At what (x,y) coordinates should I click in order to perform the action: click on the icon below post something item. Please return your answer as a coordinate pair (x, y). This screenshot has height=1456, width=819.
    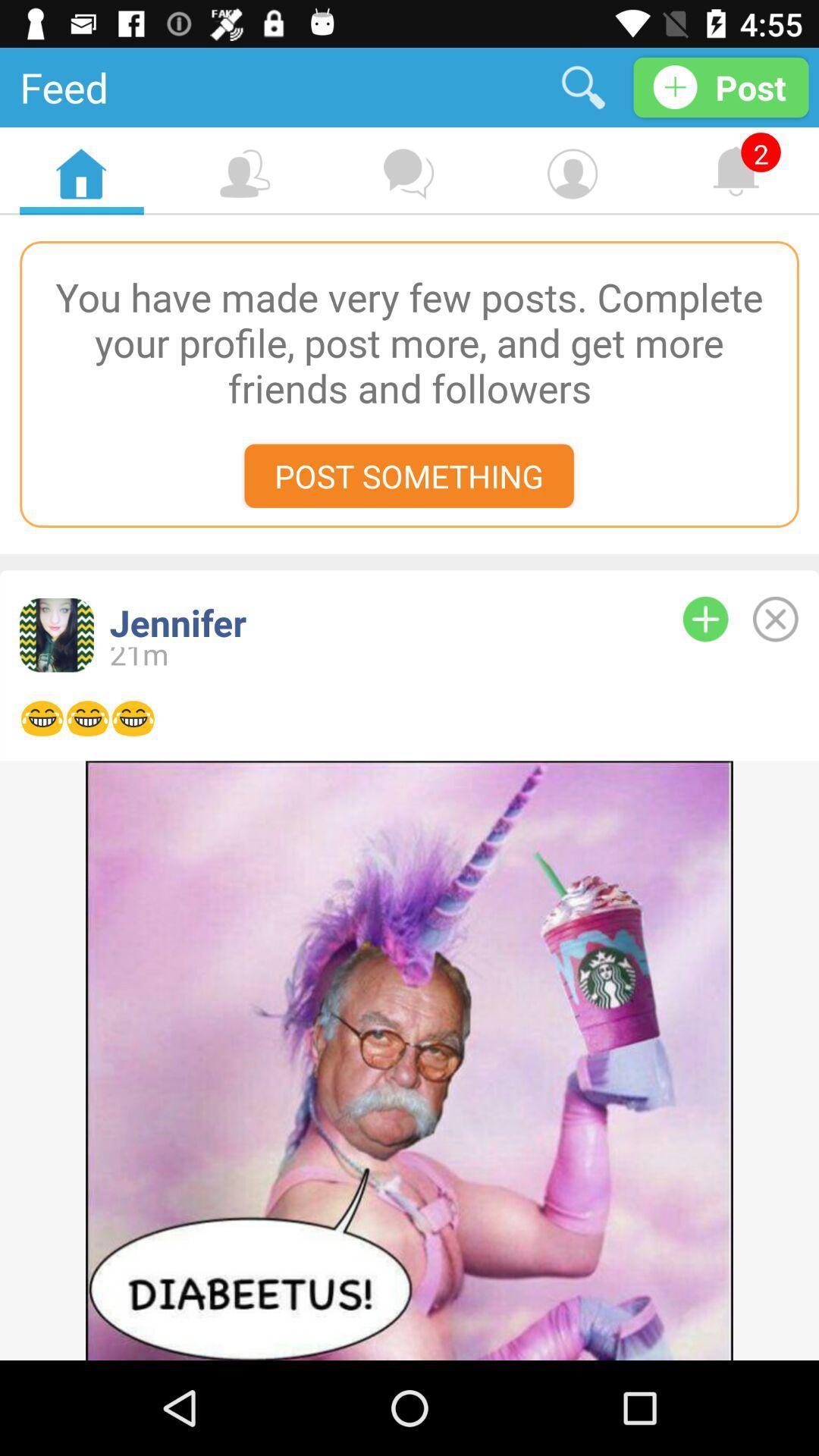
    Looking at the image, I should click on (371, 623).